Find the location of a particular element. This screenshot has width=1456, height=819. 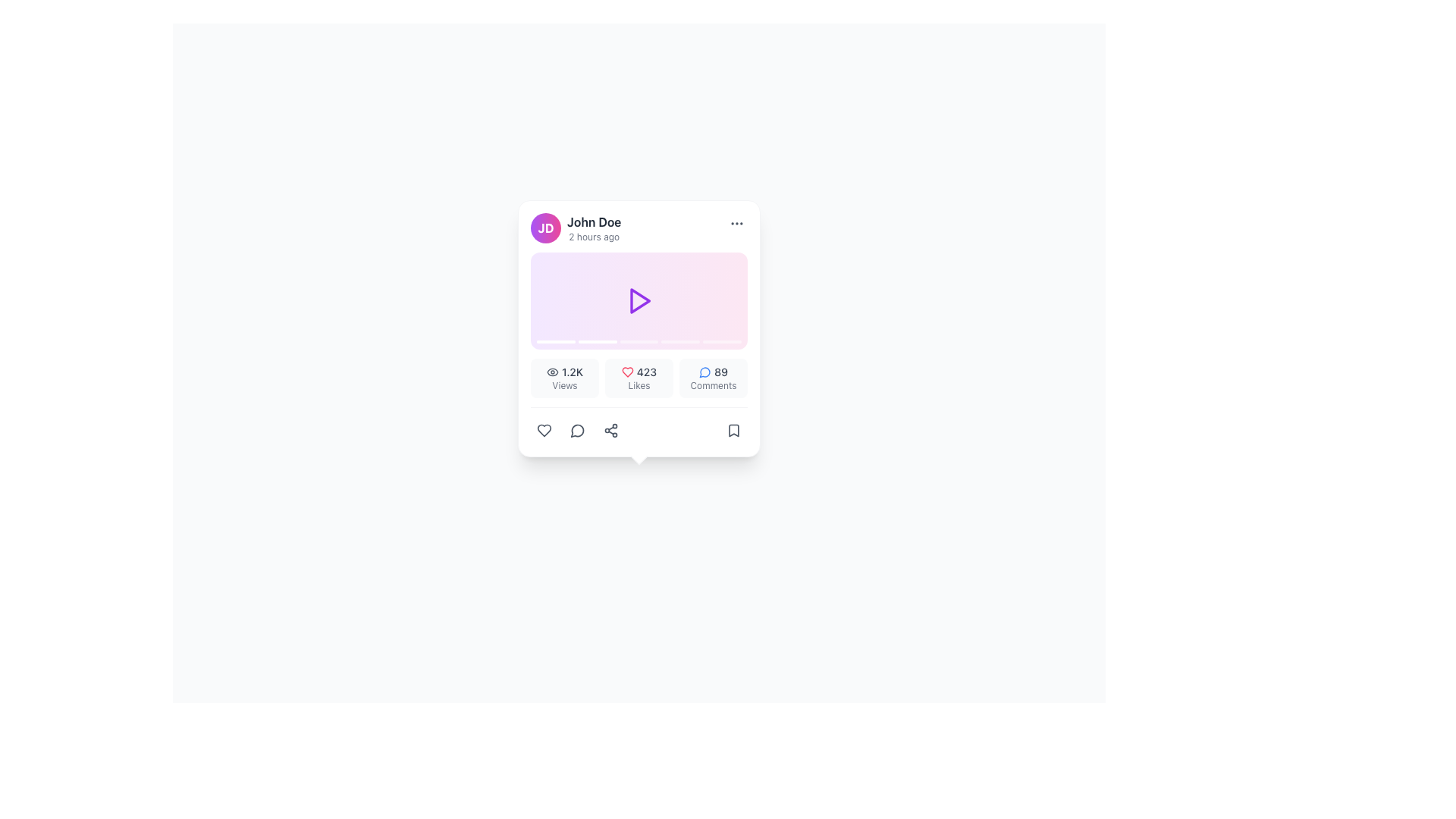

the text block displaying 'John Doe' and '2 hours ago', which is positioned to the right of the user's profile image and beneath the circular avatar labeled 'JD' is located at coordinates (593, 227).